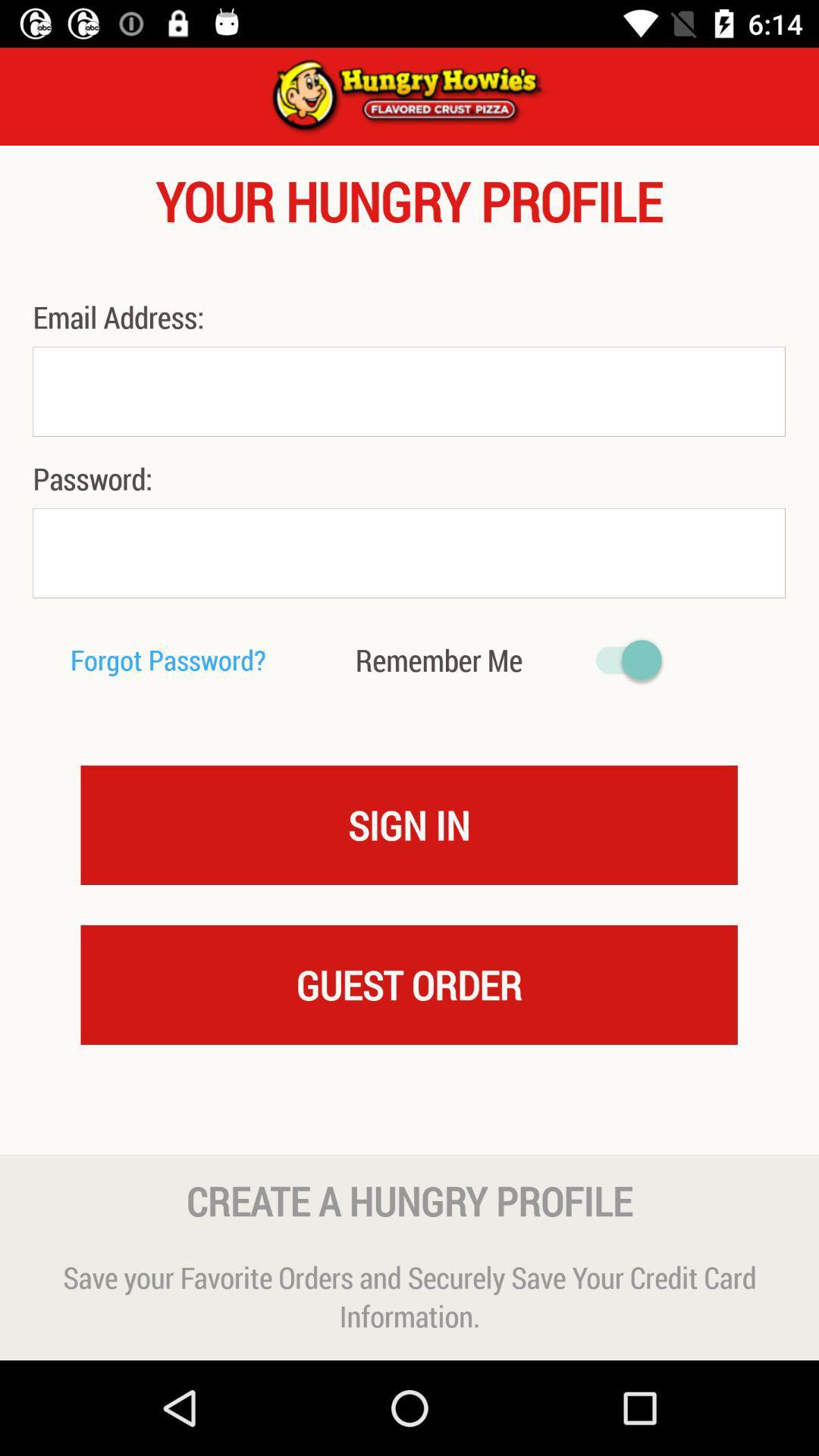  I want to click on the icon on the left, so click(168, 660).